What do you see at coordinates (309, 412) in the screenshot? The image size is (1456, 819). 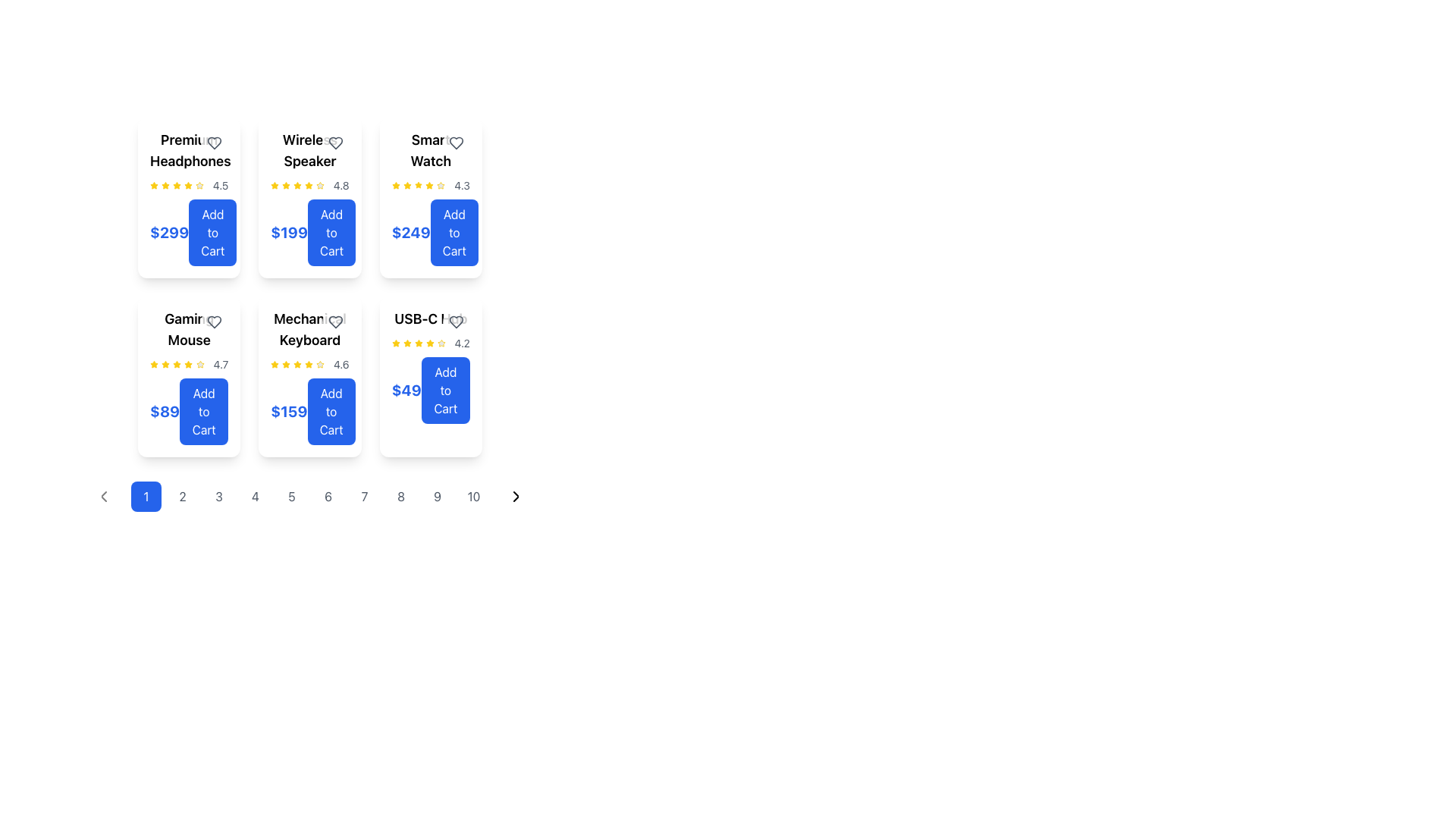 I see `the price label of the 'Mechanical Keyboard' product in the fourth card of the second row` at bounding box center [309, 412].